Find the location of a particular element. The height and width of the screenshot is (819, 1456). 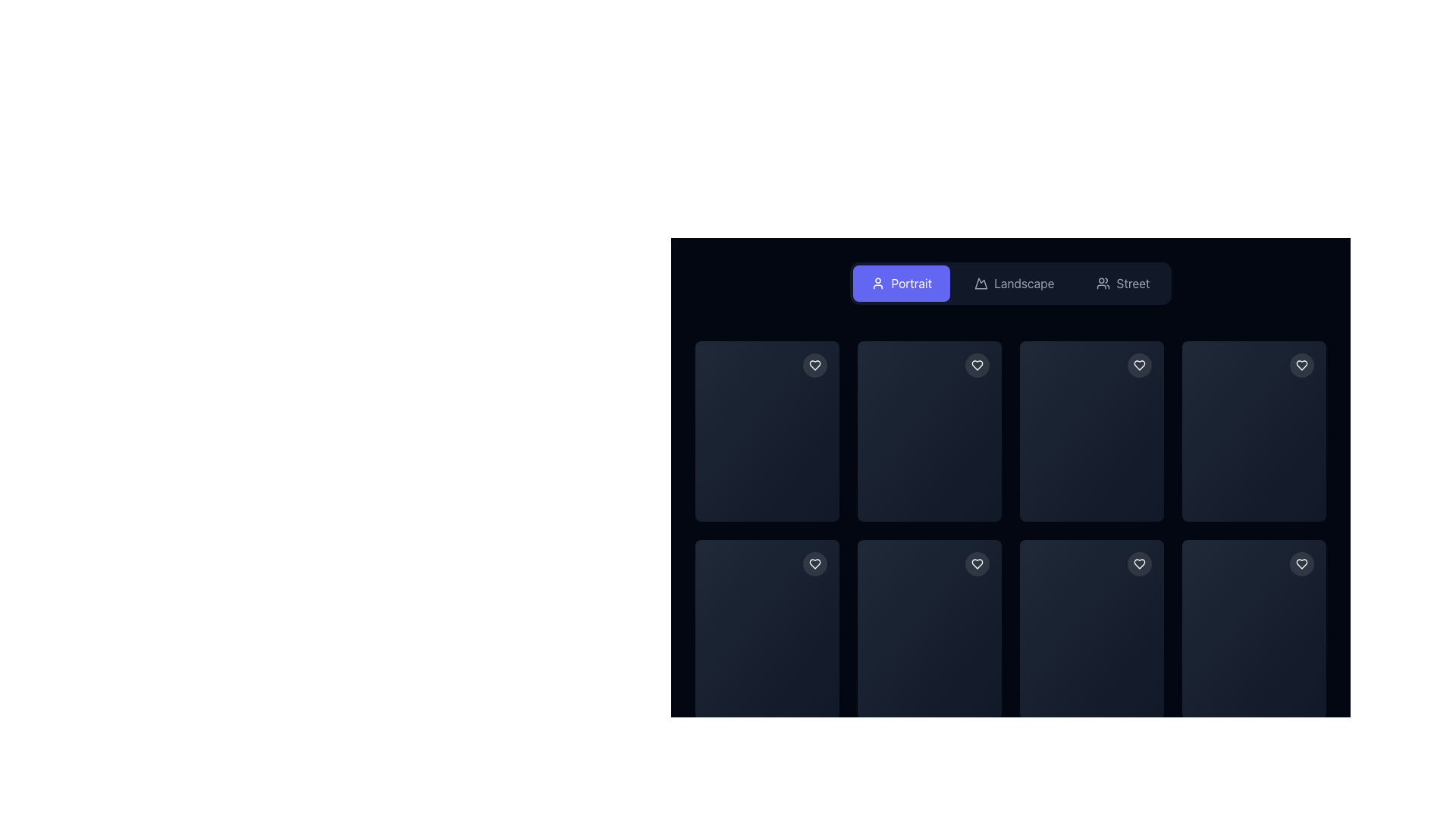

the heart-shaped icon outlined in white to like the item, located in the second row and third column of the grid on a dark background is located at coordinates (1139, 366).